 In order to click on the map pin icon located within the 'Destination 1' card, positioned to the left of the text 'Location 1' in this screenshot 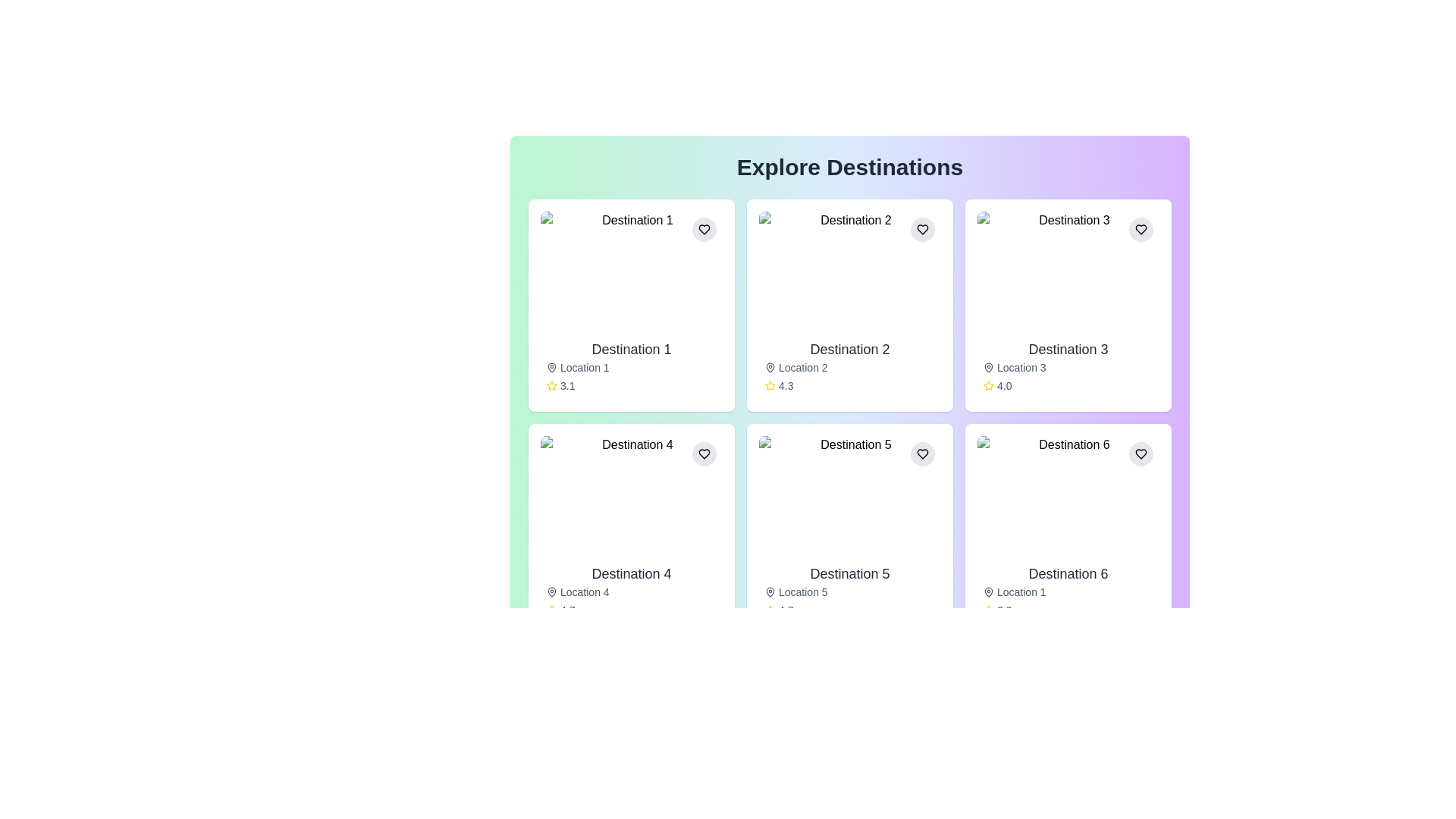, I will do `click(551, 366)`.